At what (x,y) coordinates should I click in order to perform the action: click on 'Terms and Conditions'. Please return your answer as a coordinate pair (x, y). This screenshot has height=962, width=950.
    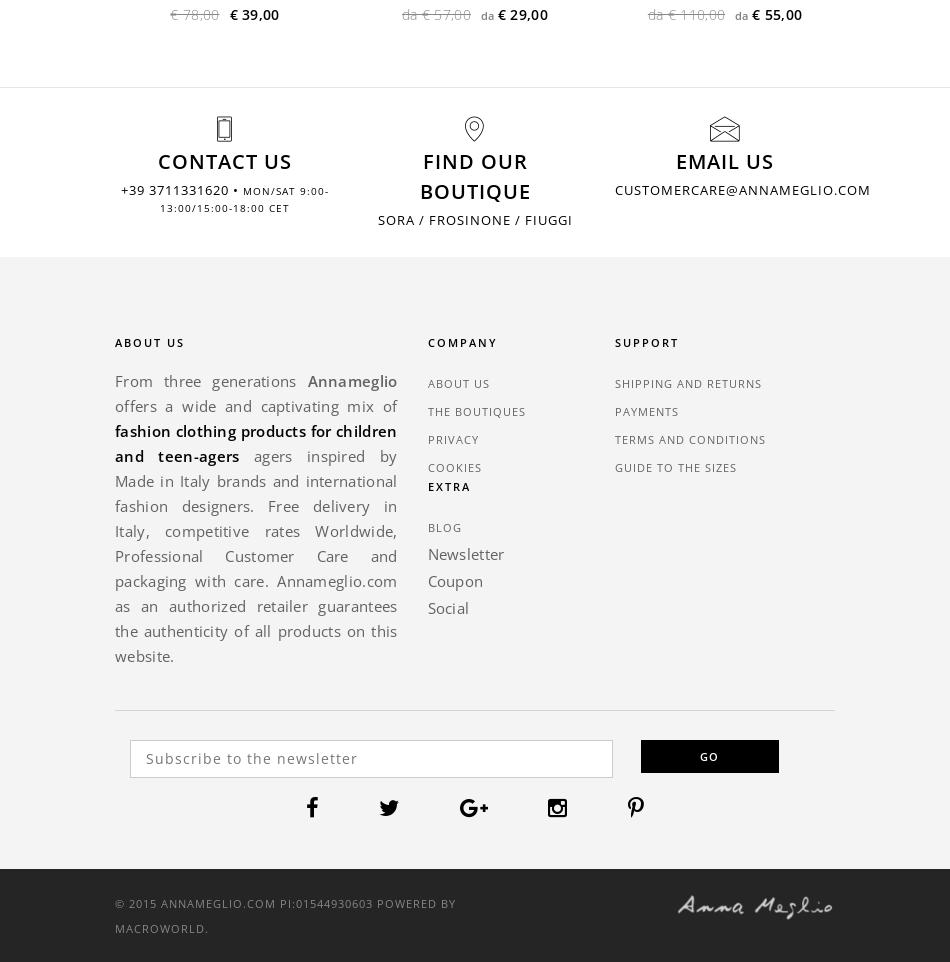
    Looking at the image, I should click on (690, 438).